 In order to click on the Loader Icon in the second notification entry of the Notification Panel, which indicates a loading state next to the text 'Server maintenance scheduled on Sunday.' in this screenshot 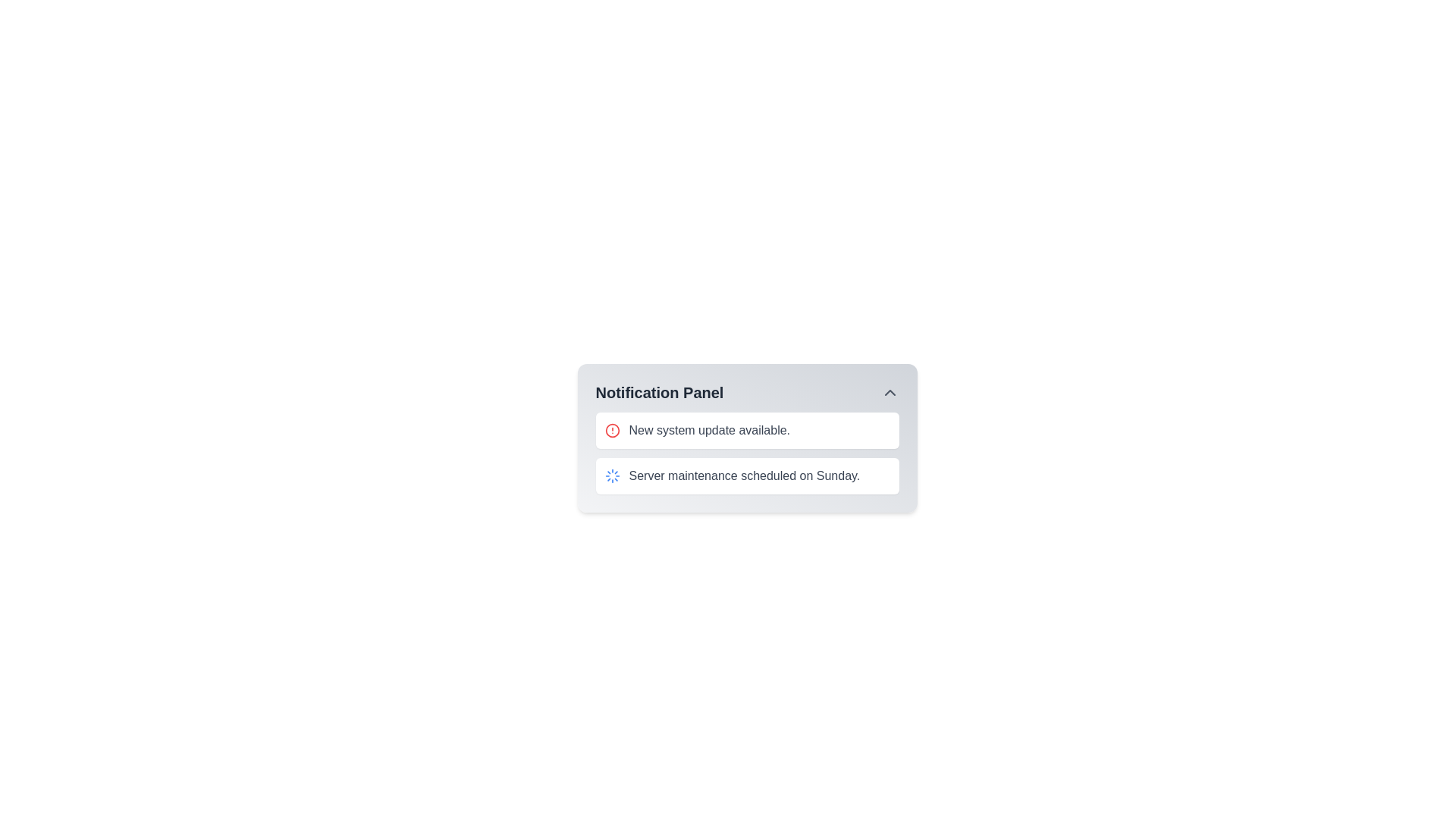, I will do `click(612, 475)`.